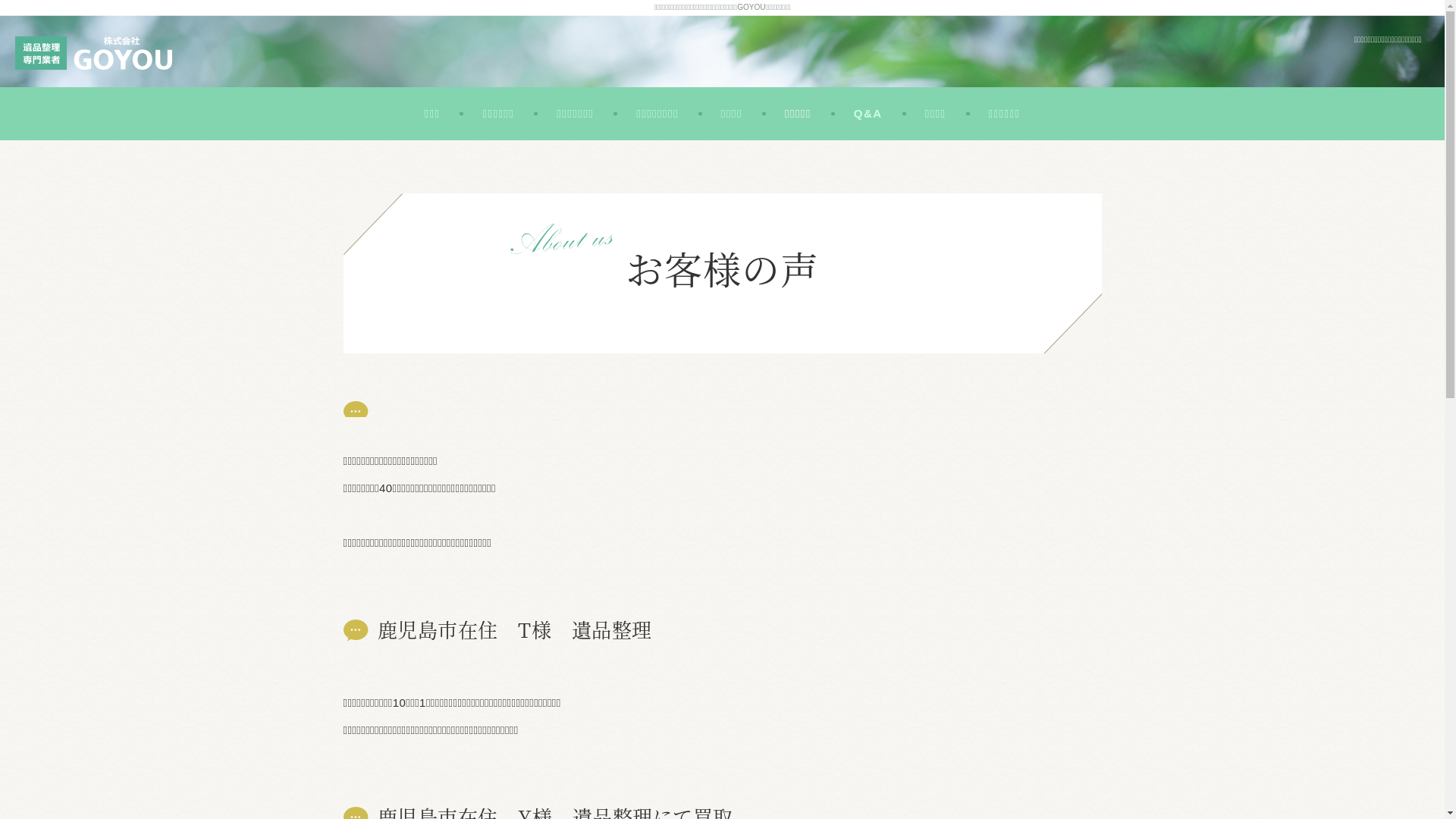 This screenshot has width=1456, height=819. I want to click on 'Q&A', so click(868, 113).